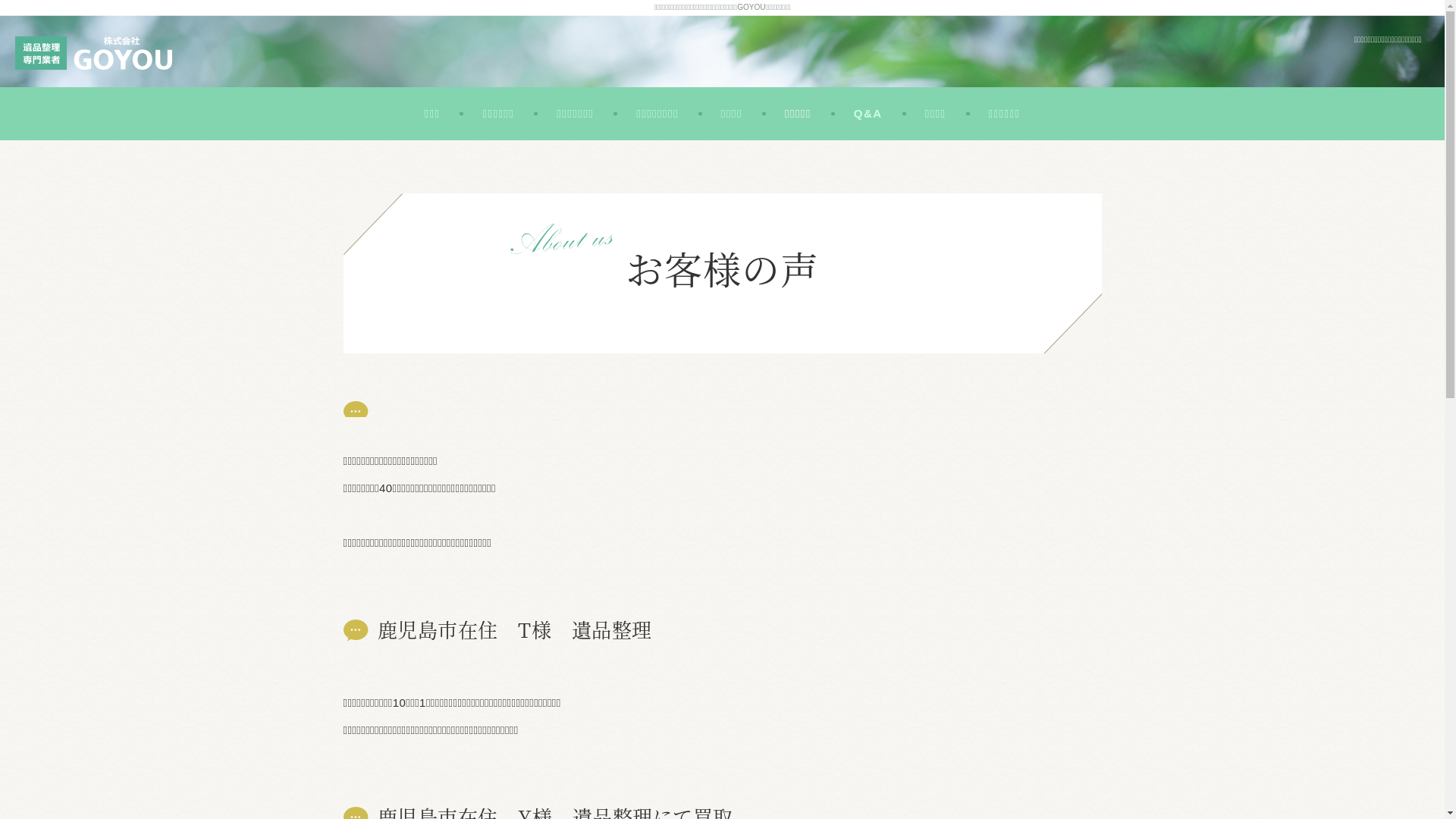 This screenshot has width=1456, height=819. I want to click on 'Q&A', so click(868, 113).